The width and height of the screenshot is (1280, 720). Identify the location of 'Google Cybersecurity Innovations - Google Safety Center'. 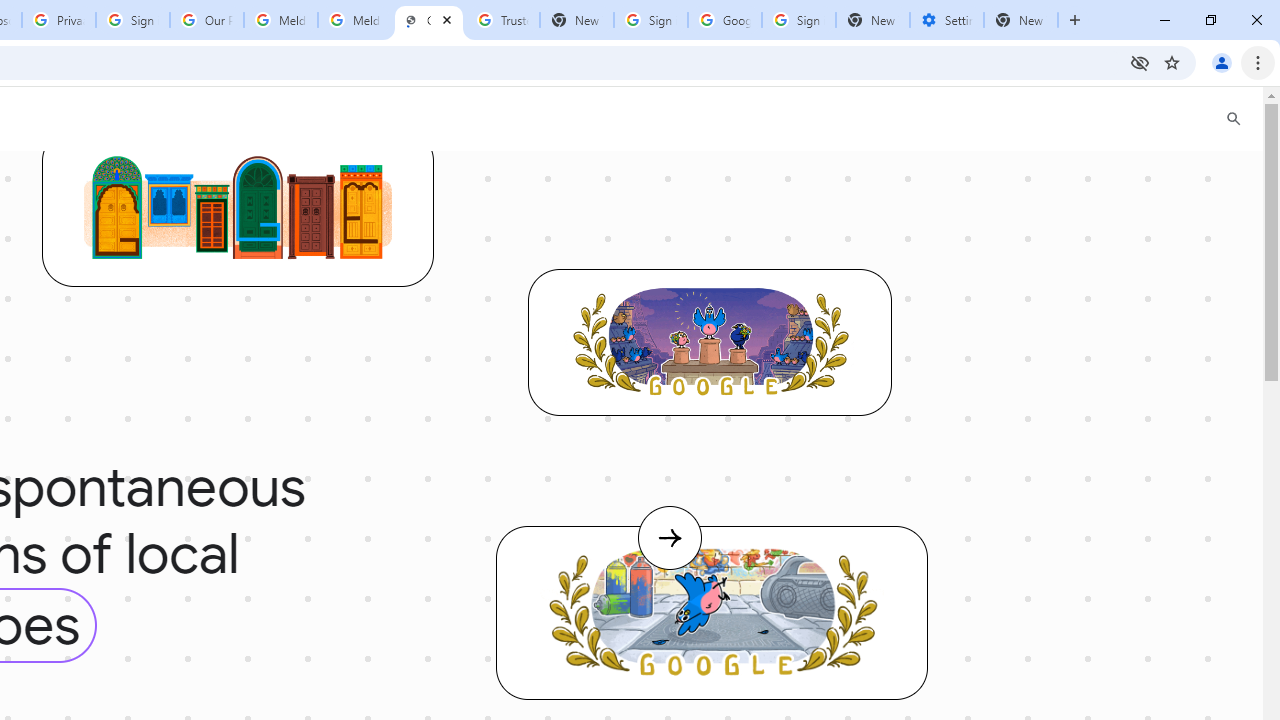
(723, 20).